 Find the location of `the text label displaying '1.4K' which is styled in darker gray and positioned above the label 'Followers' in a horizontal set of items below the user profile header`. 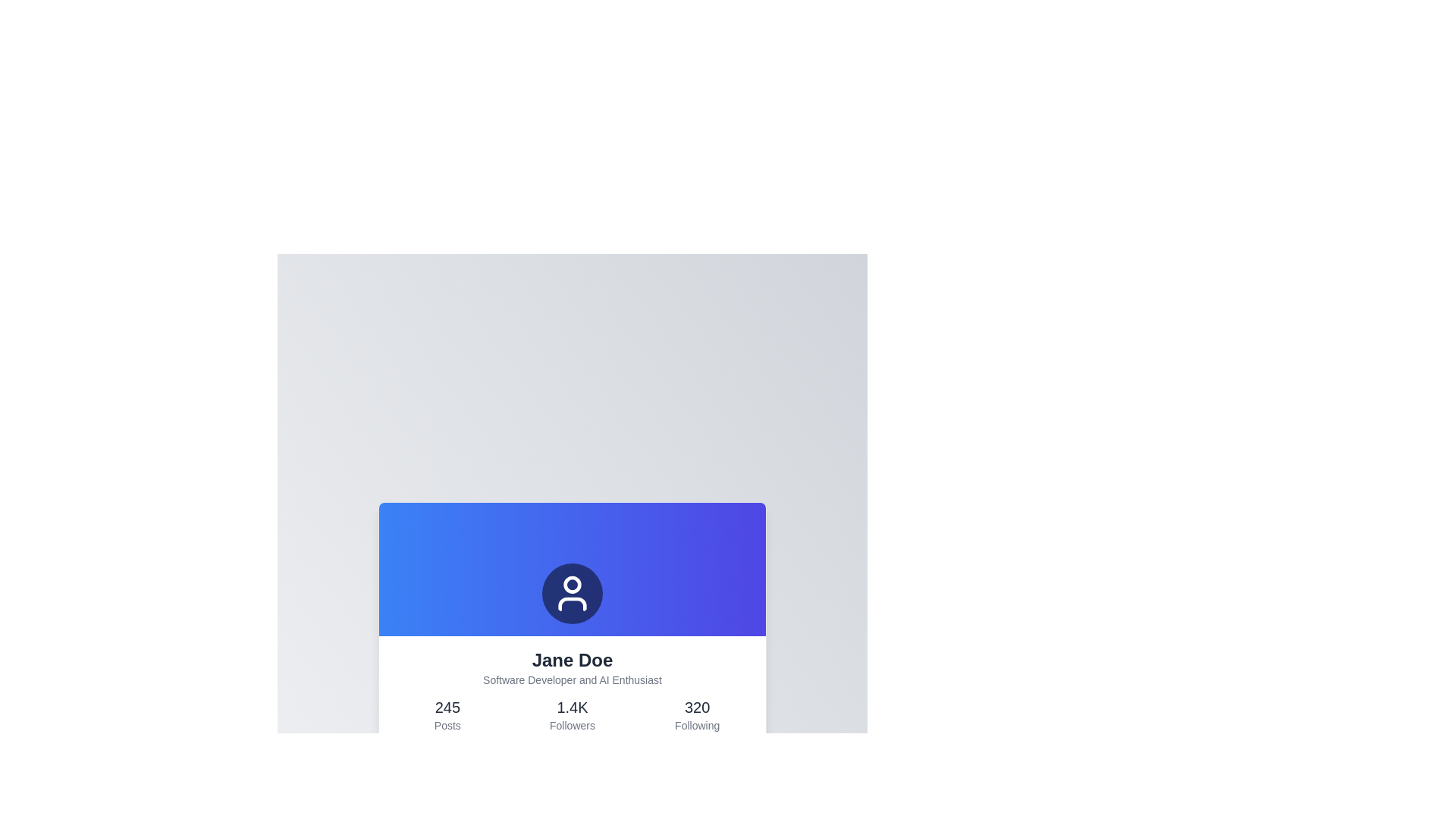

the text label displaying '1.4K' which is styled in darker gray and positioned above the label 'Followers' in a horizontal set of items below the user profile header is located at coordinates (571, 708).